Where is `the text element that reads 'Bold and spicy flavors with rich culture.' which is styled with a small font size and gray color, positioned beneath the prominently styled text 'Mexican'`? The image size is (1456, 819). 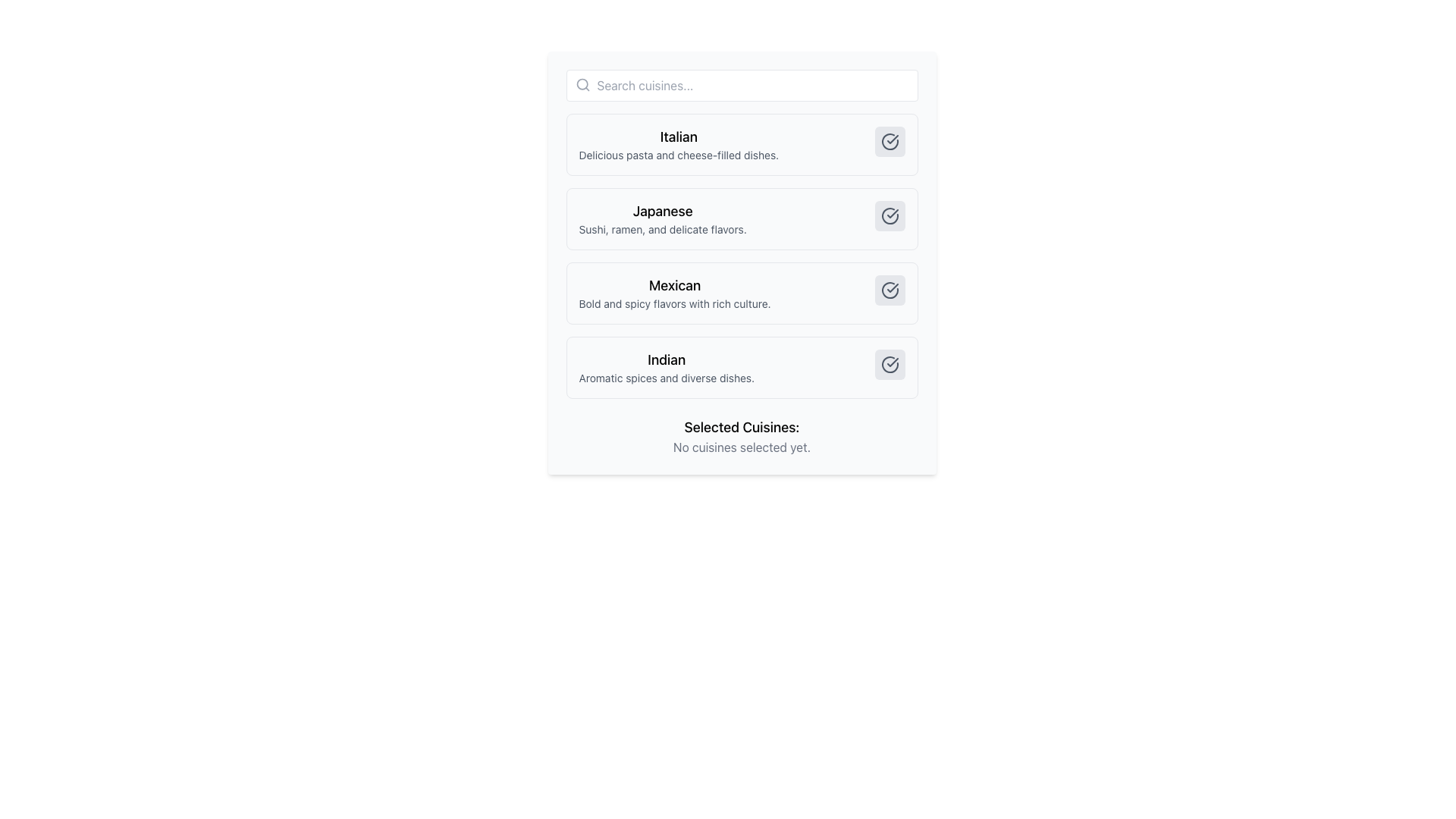
the text element that reads 'Bold and spicy flavors with rich culture.' which is styled with a small font size and gray color, positioned beneath the prominently styled text 'Mexican' is located at coordinates (674, 304).